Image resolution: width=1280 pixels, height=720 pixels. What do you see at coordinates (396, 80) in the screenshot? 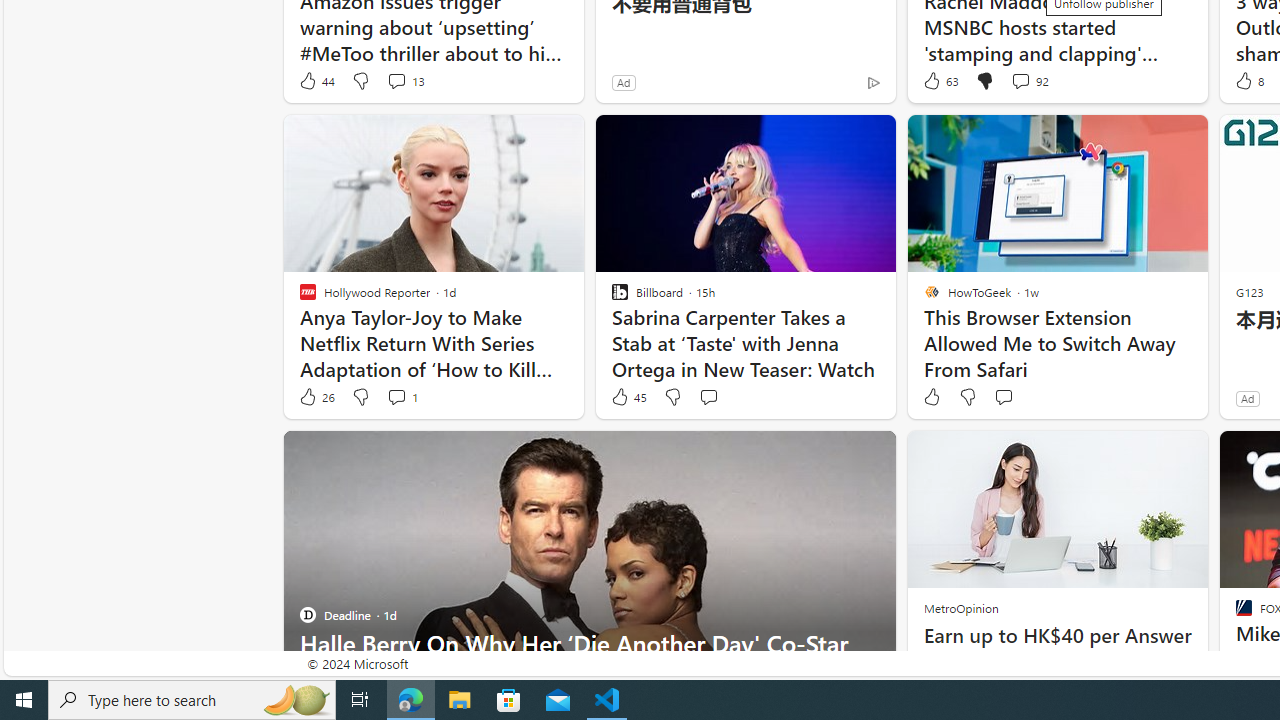
I see `'View comments 13 Comment'` at bounding box center [396, 80].